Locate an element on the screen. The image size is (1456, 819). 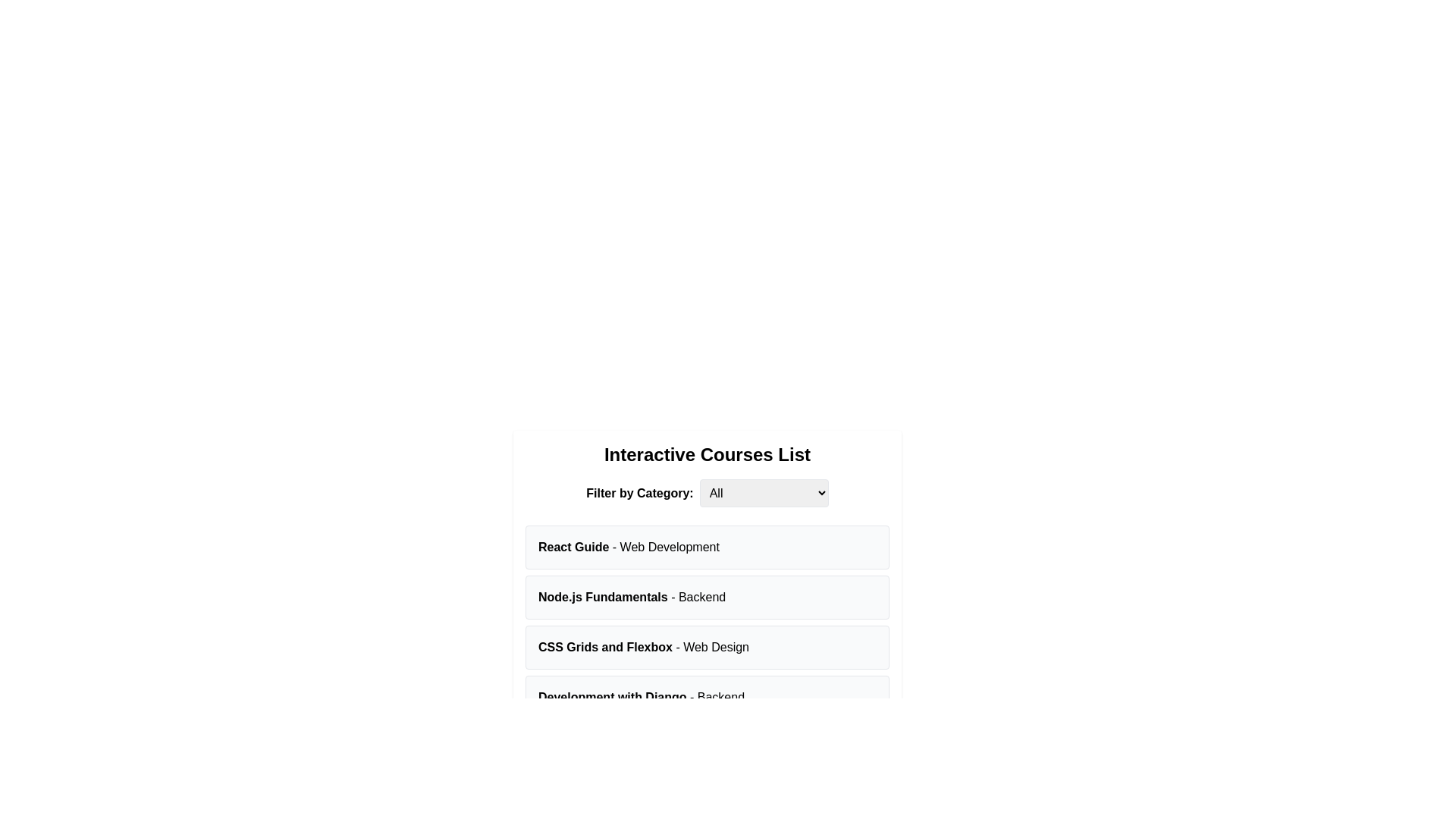
the Filter dropdown used for filtering interactive courses by categories is located at coordinates (706, 493).